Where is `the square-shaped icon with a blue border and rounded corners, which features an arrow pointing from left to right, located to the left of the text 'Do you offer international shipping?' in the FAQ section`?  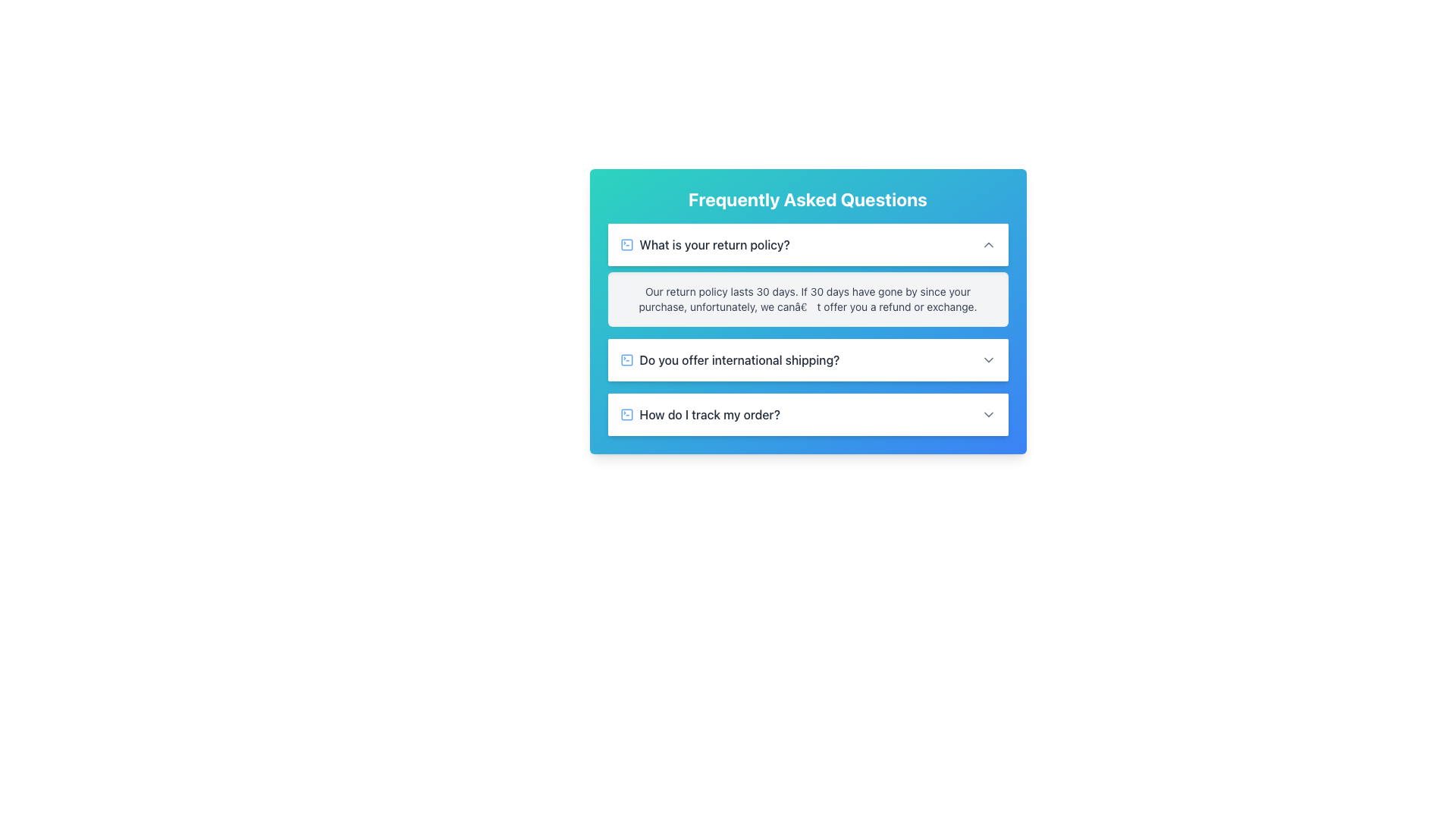
the square-shaped icon with a blue border and rounded corners, which features an arrow pointing from left to right, located to the left of the text 'Do you offer international shipping?' in the FAQ section is located at coordinates (626, 359).